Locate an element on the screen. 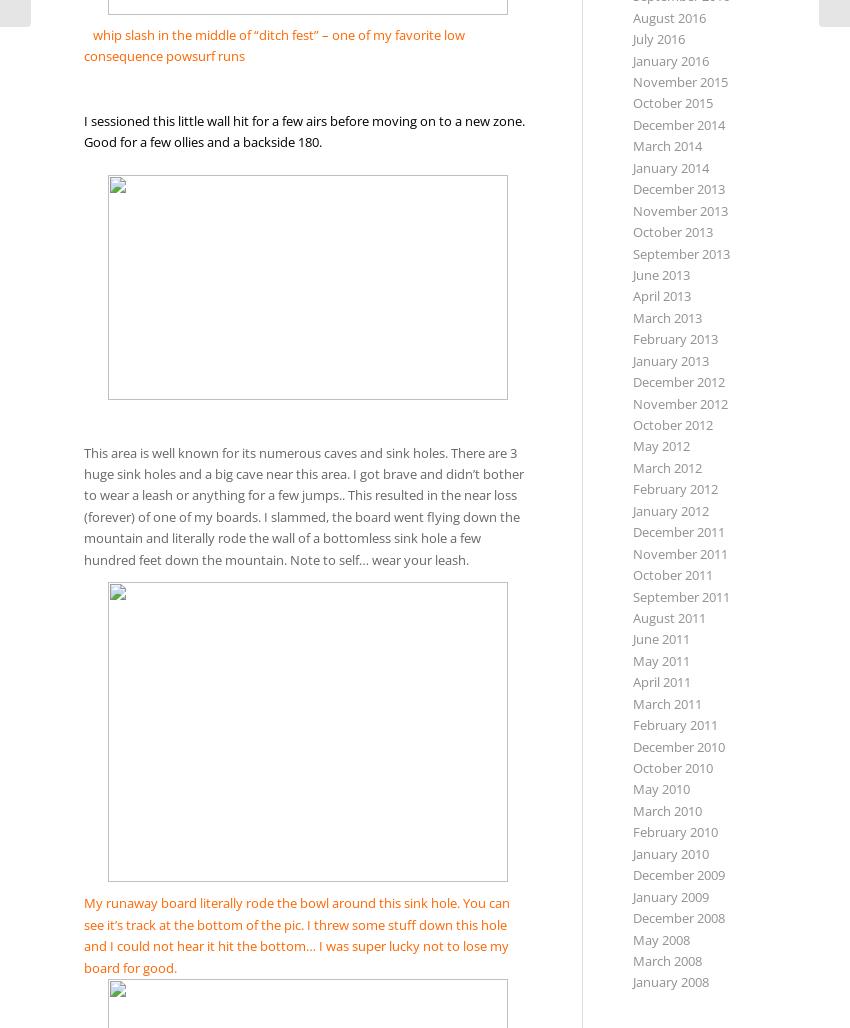  'November 2012' is located at coordinates (679, 402).